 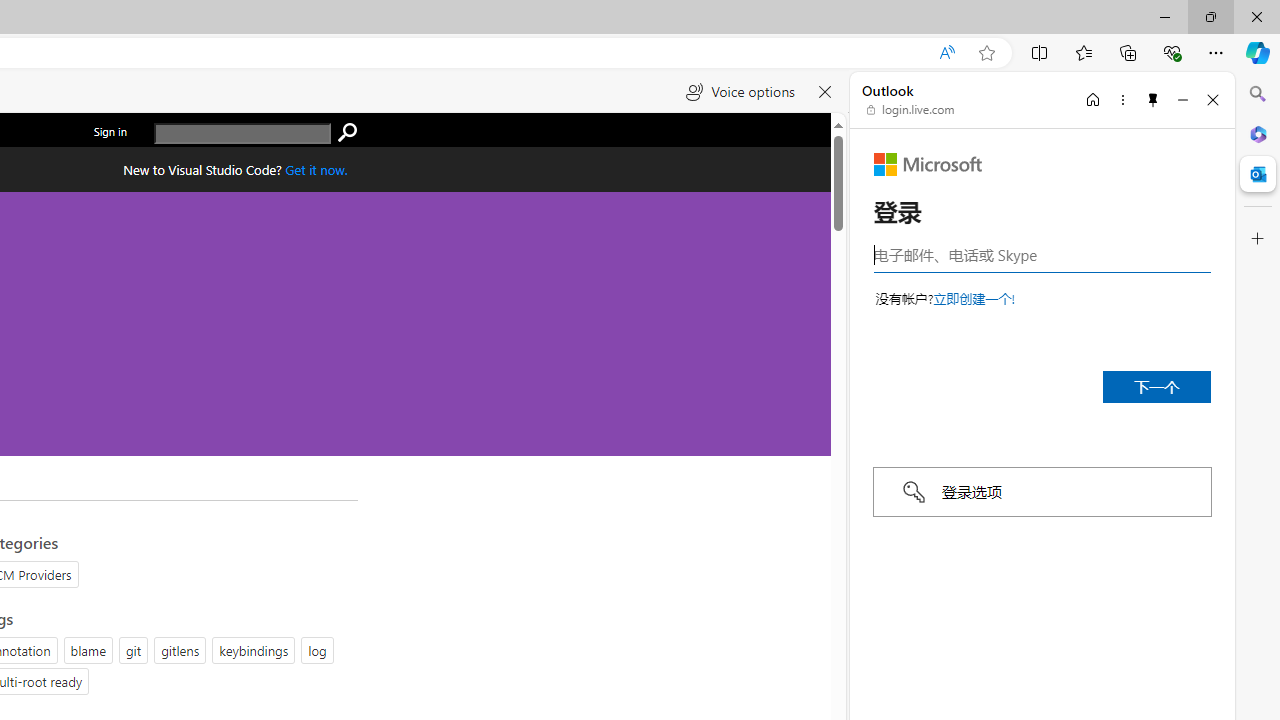 What do you see at coordinates (910, 110) in the screenshot?
I see `'login.live.com'` at bounding box center [910, 110].